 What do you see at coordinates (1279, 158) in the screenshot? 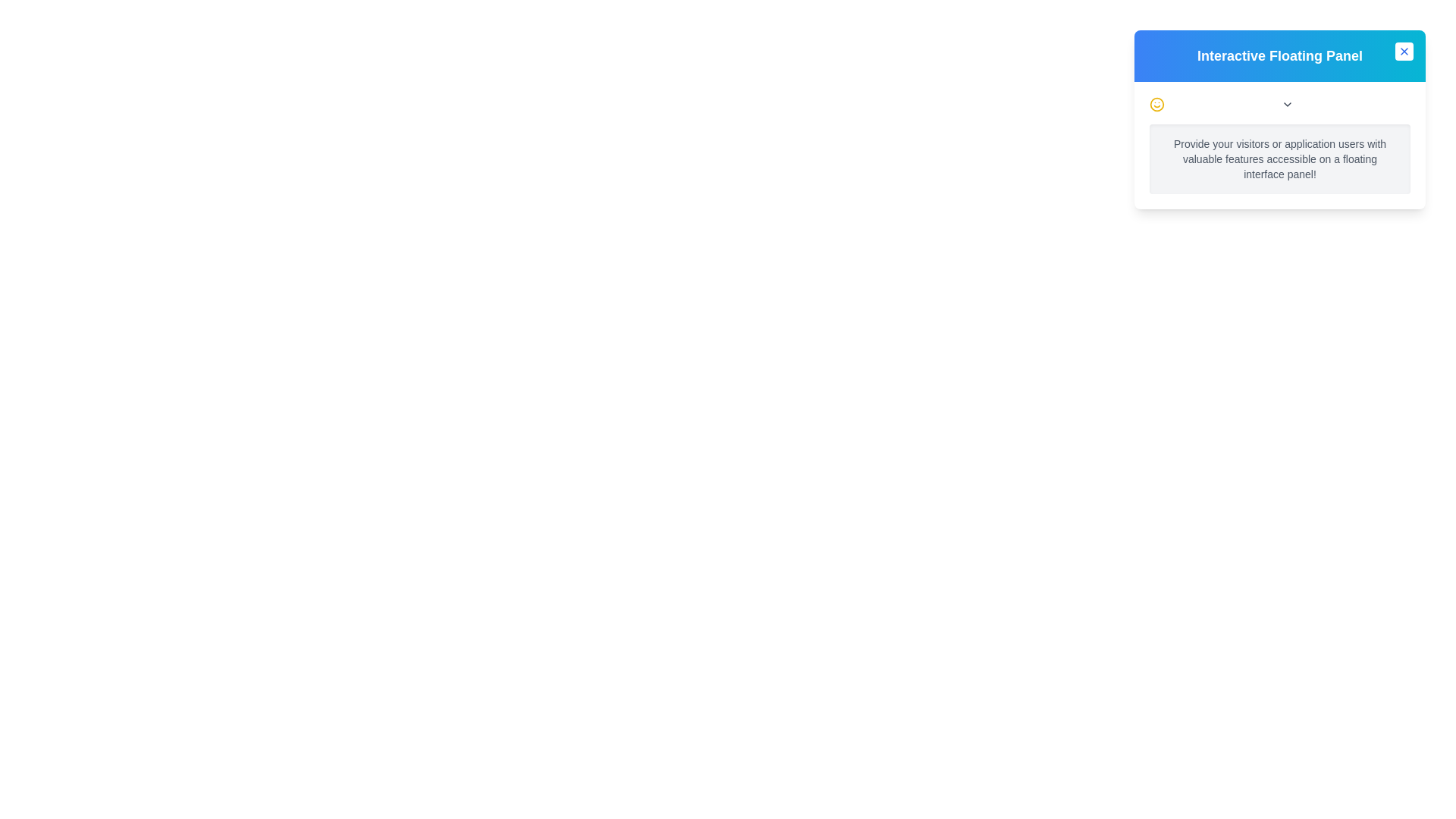
I see `the text box that provides descriptive messages or instructions within the floating panel interface, located in the middle-right section of the page, below the header and a row of interactive icons and buttons` at bounding box center [1279, 158].